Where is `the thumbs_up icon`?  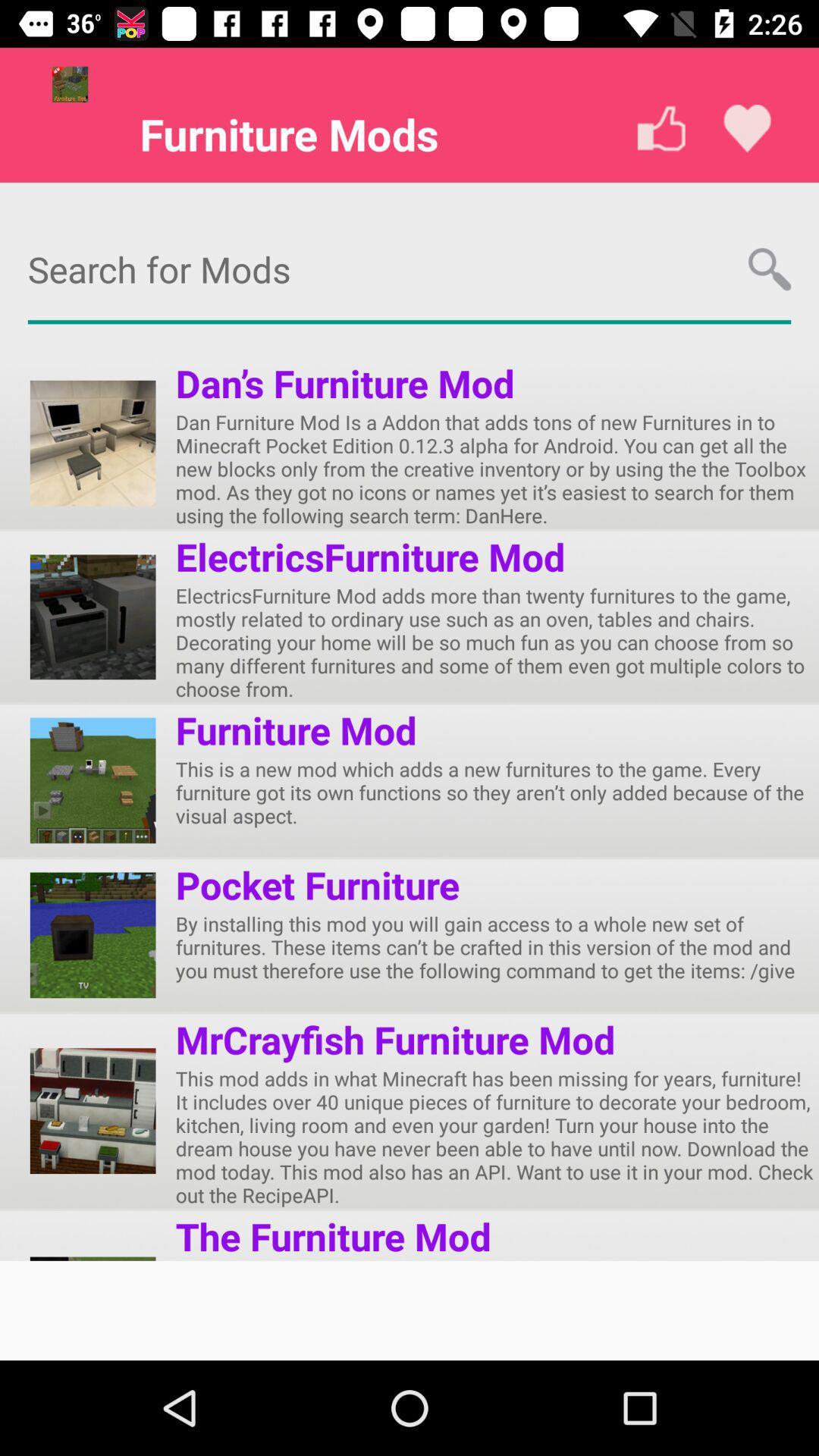
the thumbs_up icon is located at coordinates (661, 128).